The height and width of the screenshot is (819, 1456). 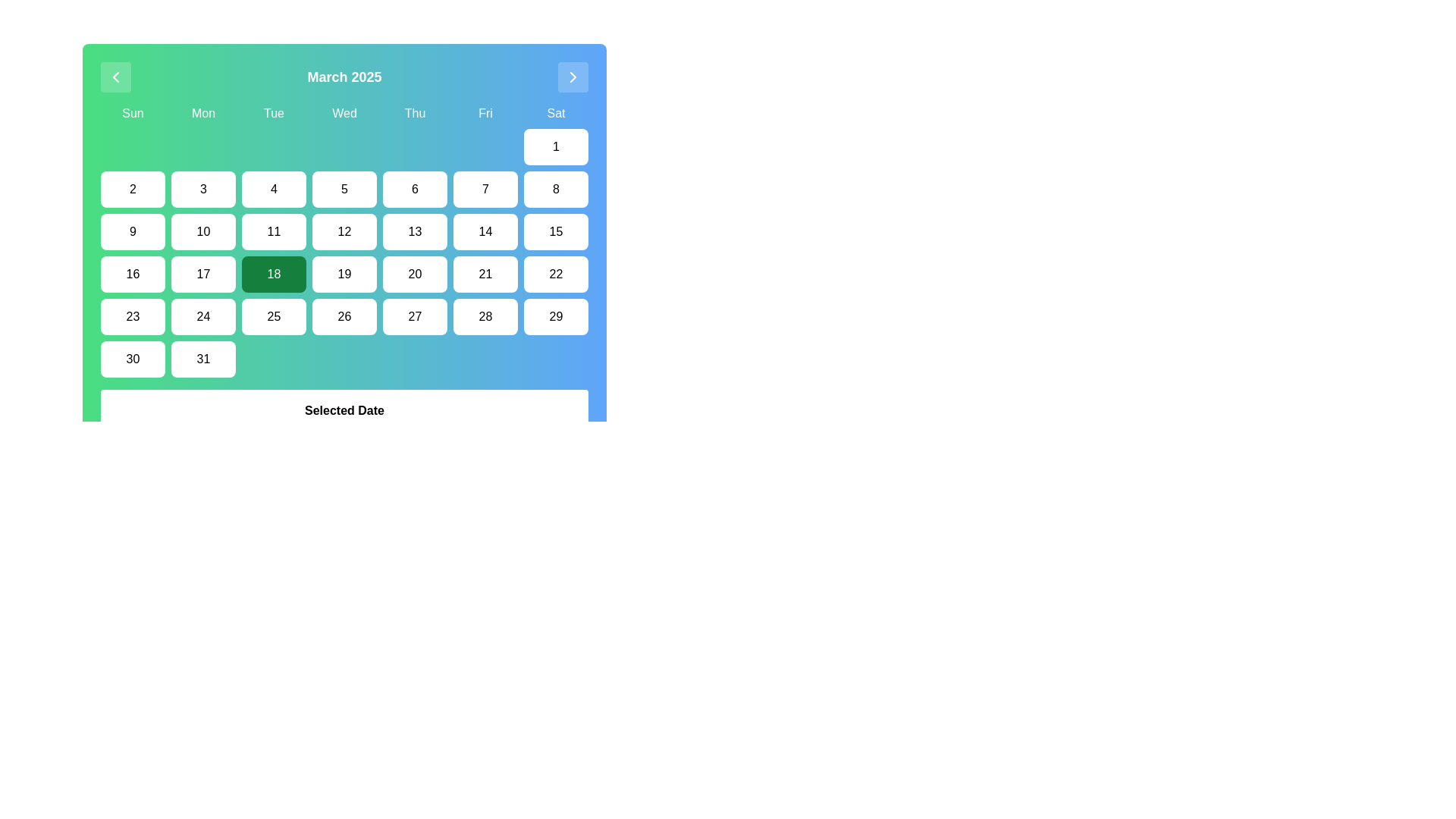 What do you see at coordinates (344, 223) in the screenshot?
I see `the button representing the 12th day in the displayed month` at bounding box center [344, 223].